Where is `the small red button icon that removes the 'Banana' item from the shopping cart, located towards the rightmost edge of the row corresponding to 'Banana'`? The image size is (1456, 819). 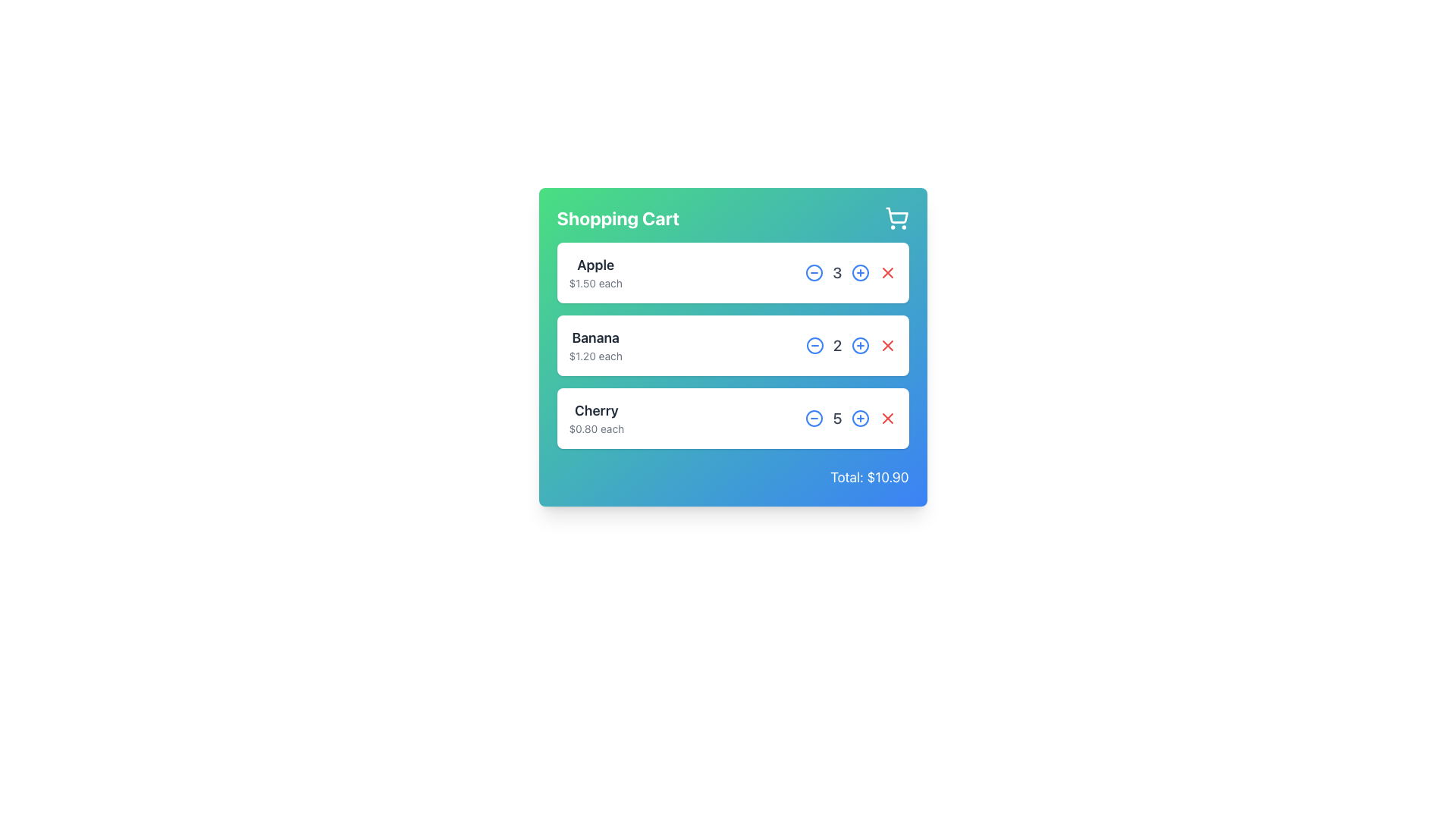
the small red button icon that removes the 'Banana' item from the shopping cart, located towards the rightmost edge of the row corresponding to 'Banana' is located at coordinates (887, 345).